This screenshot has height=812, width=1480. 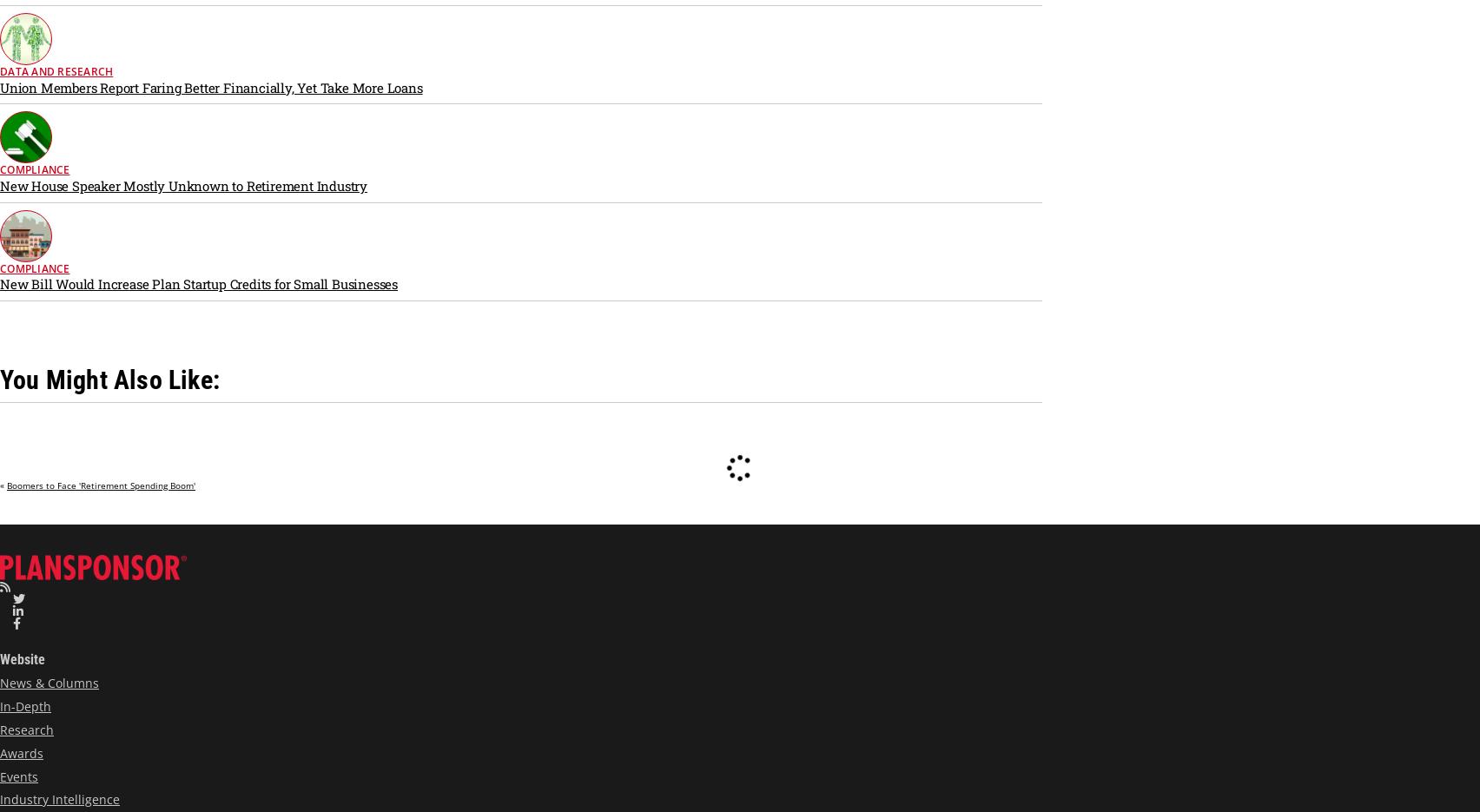 What do you see at coordinates (7, 485) in the screenshot?
I see `'Boomers to Face 'Retirement Spending Boom''` at bounding box center [7, 485].